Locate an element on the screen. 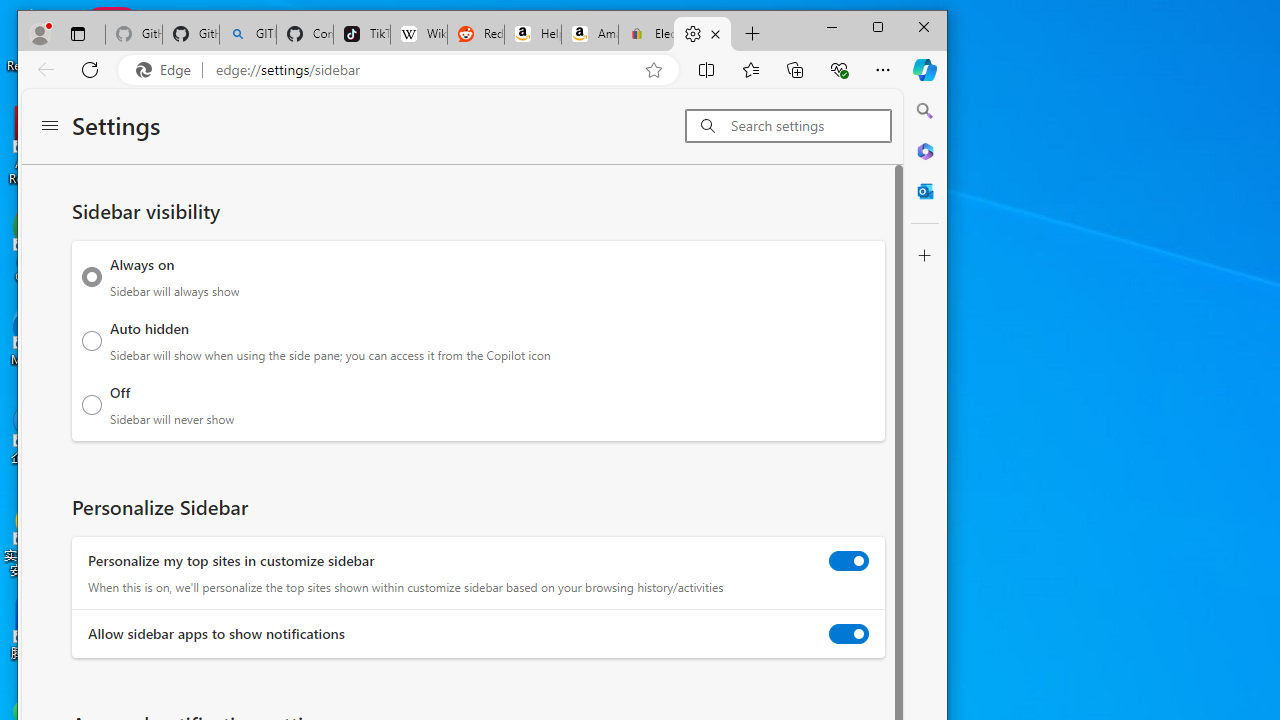 The image size is (1280, 720). 'Off Sidebar will never show' is located at coordinates (91, 405).